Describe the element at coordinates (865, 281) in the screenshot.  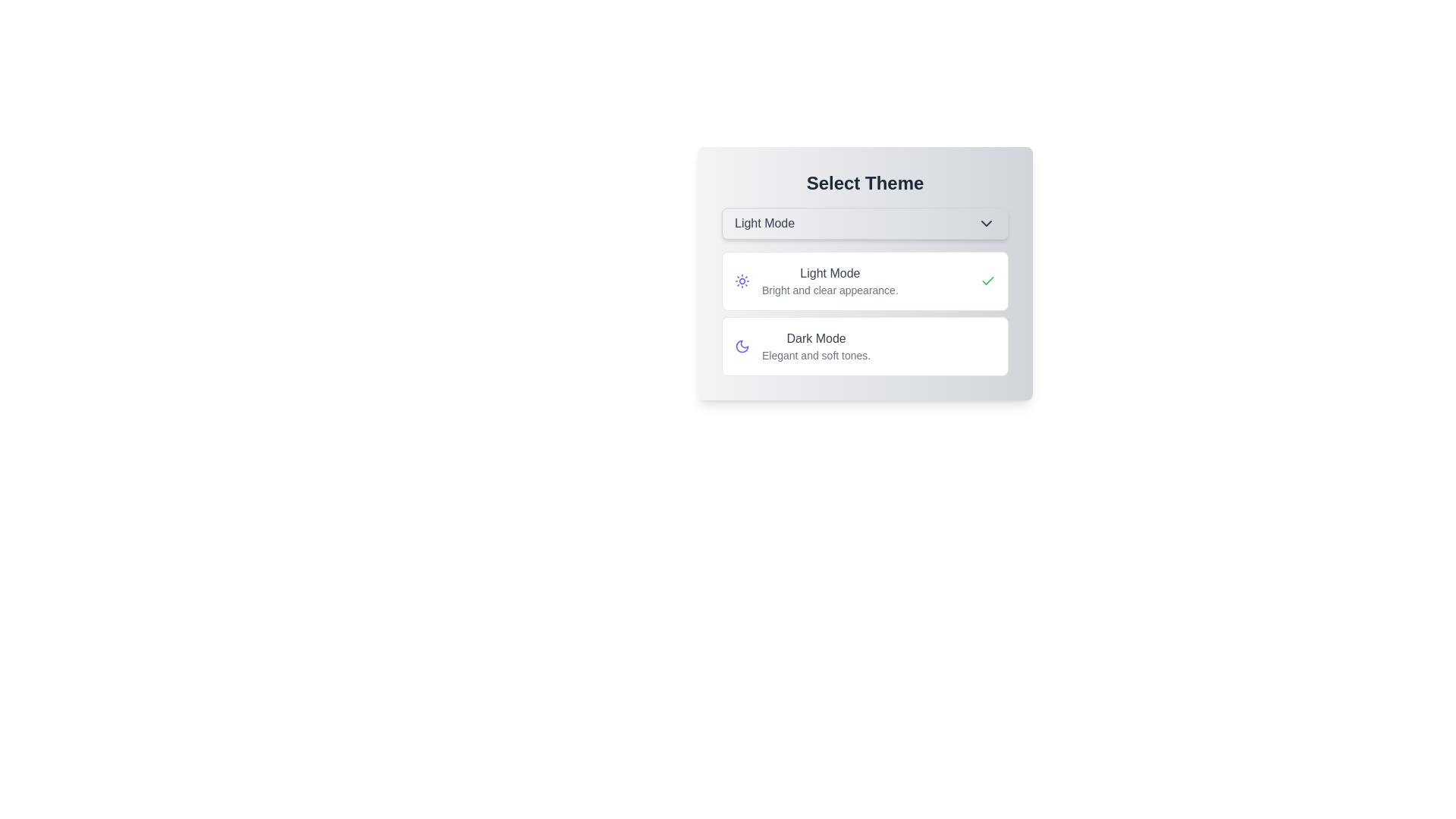
I see `the theme Light Mode from the menu` at that location.